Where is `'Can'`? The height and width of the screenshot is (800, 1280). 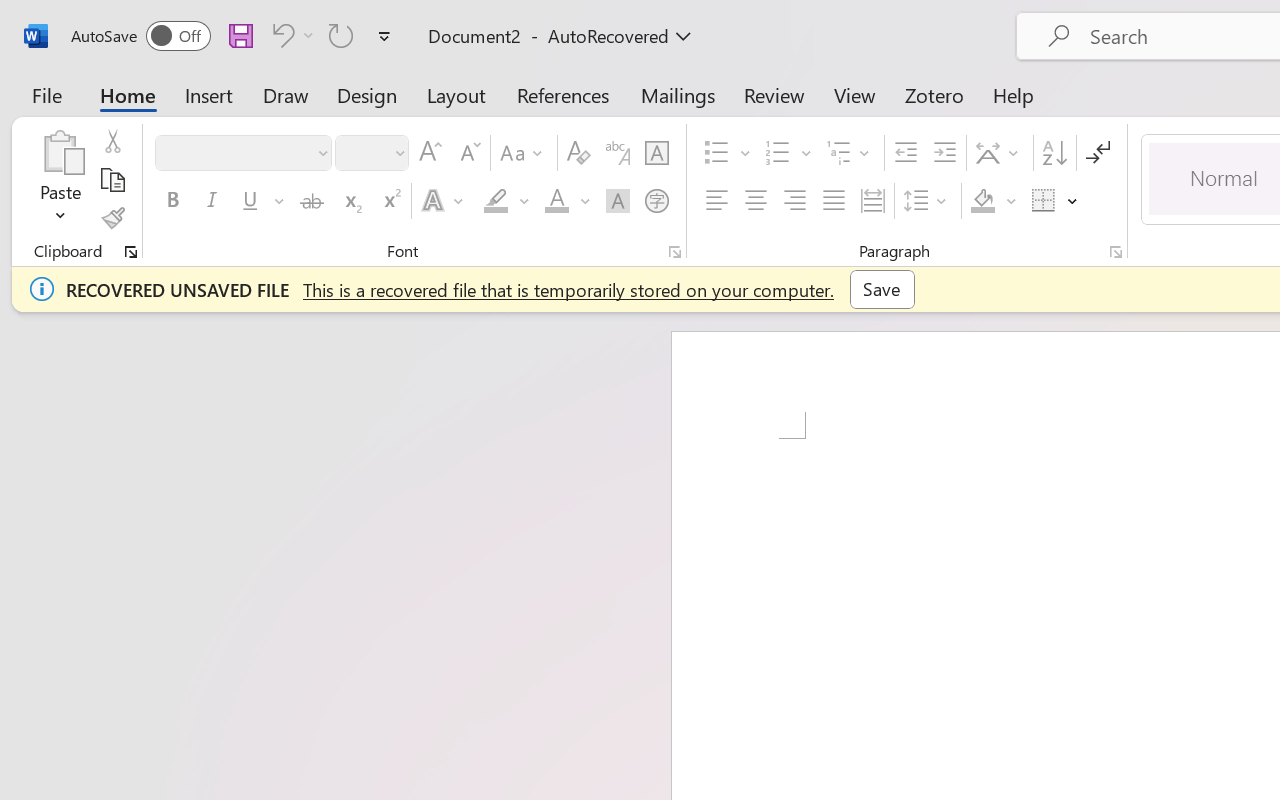
'Can' is located at coordinates (289, 34).